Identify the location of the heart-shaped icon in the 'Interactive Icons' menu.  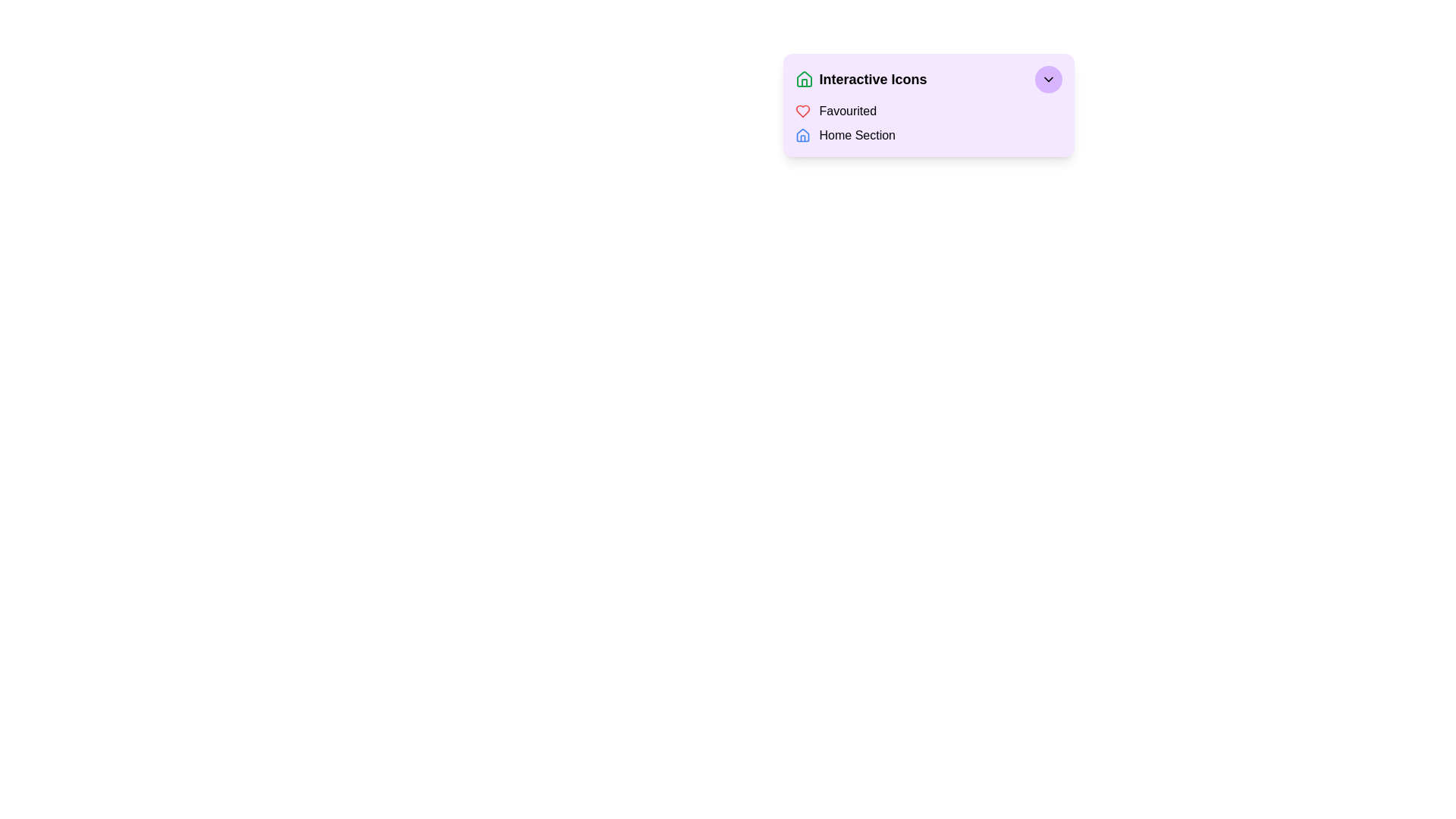
(802, 110).